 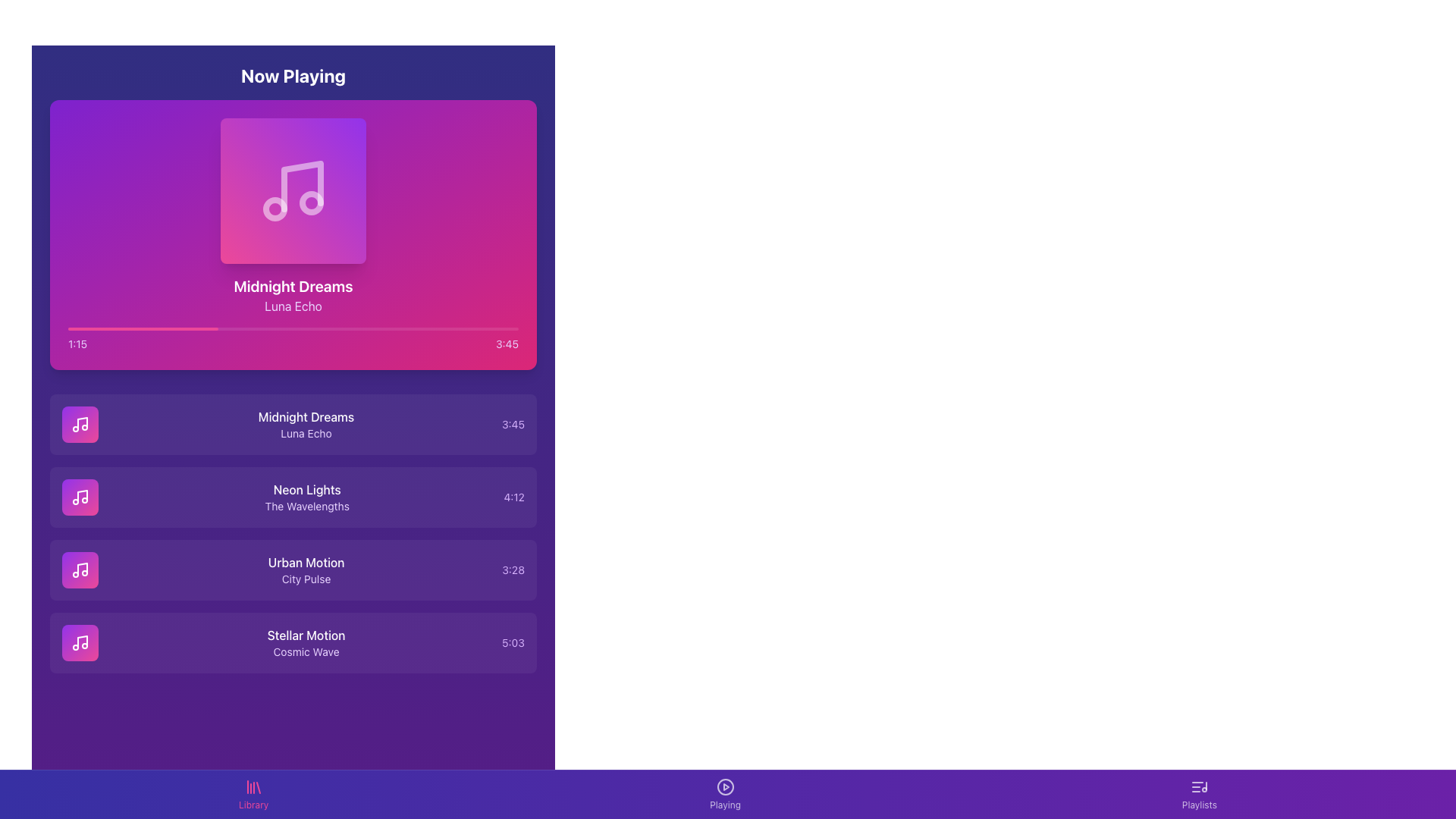 What do you see at coordinates (724, 786) in the screenshot?
I see `the navigation button for 'Playing' located in the bottom navigation bar` at bounding box center [724, 786].